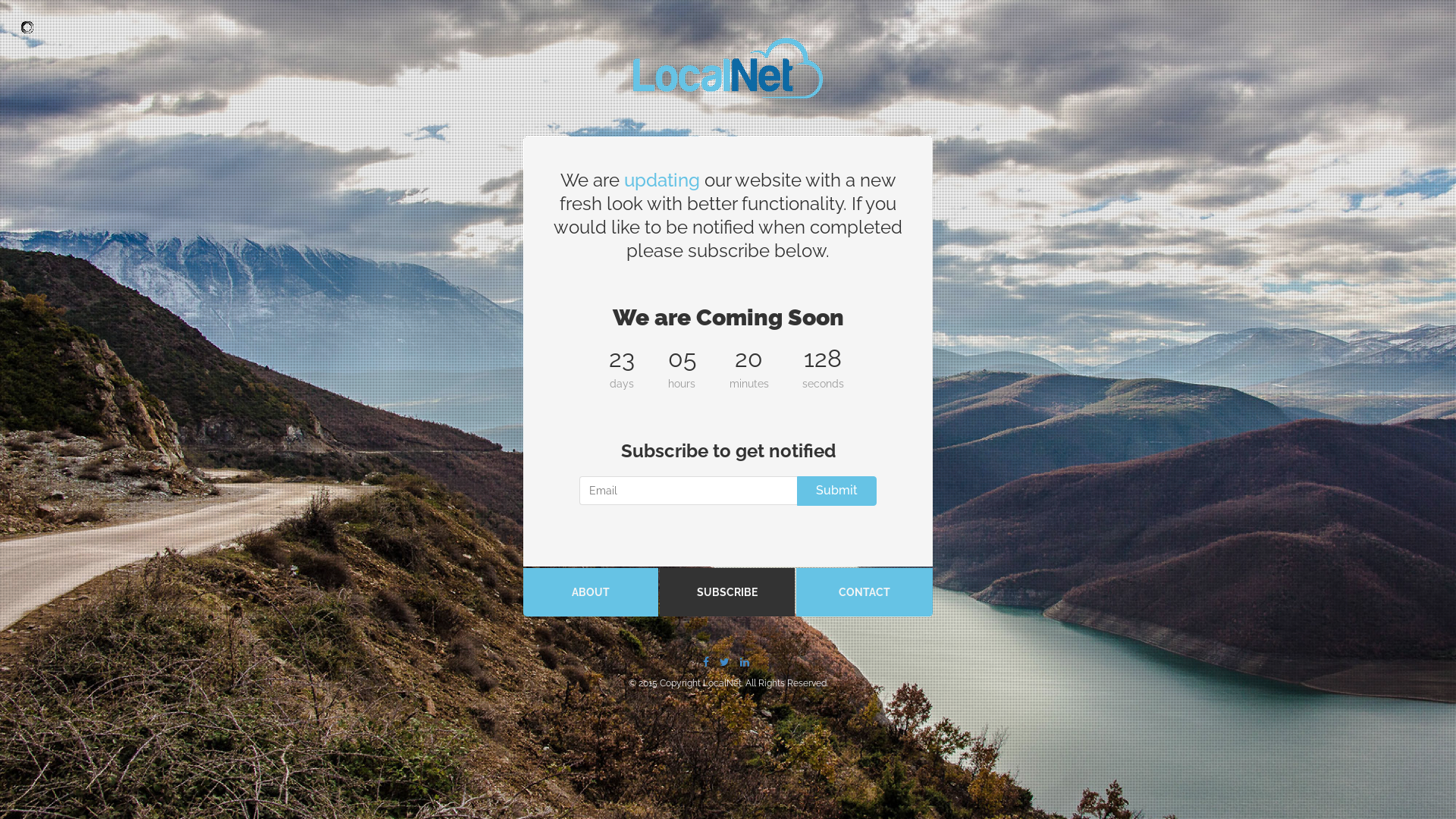 Image resolution: width=1456 pixels, height=819 pixels. I want to click on 'SUBSCRIBE', so click(726, 591).